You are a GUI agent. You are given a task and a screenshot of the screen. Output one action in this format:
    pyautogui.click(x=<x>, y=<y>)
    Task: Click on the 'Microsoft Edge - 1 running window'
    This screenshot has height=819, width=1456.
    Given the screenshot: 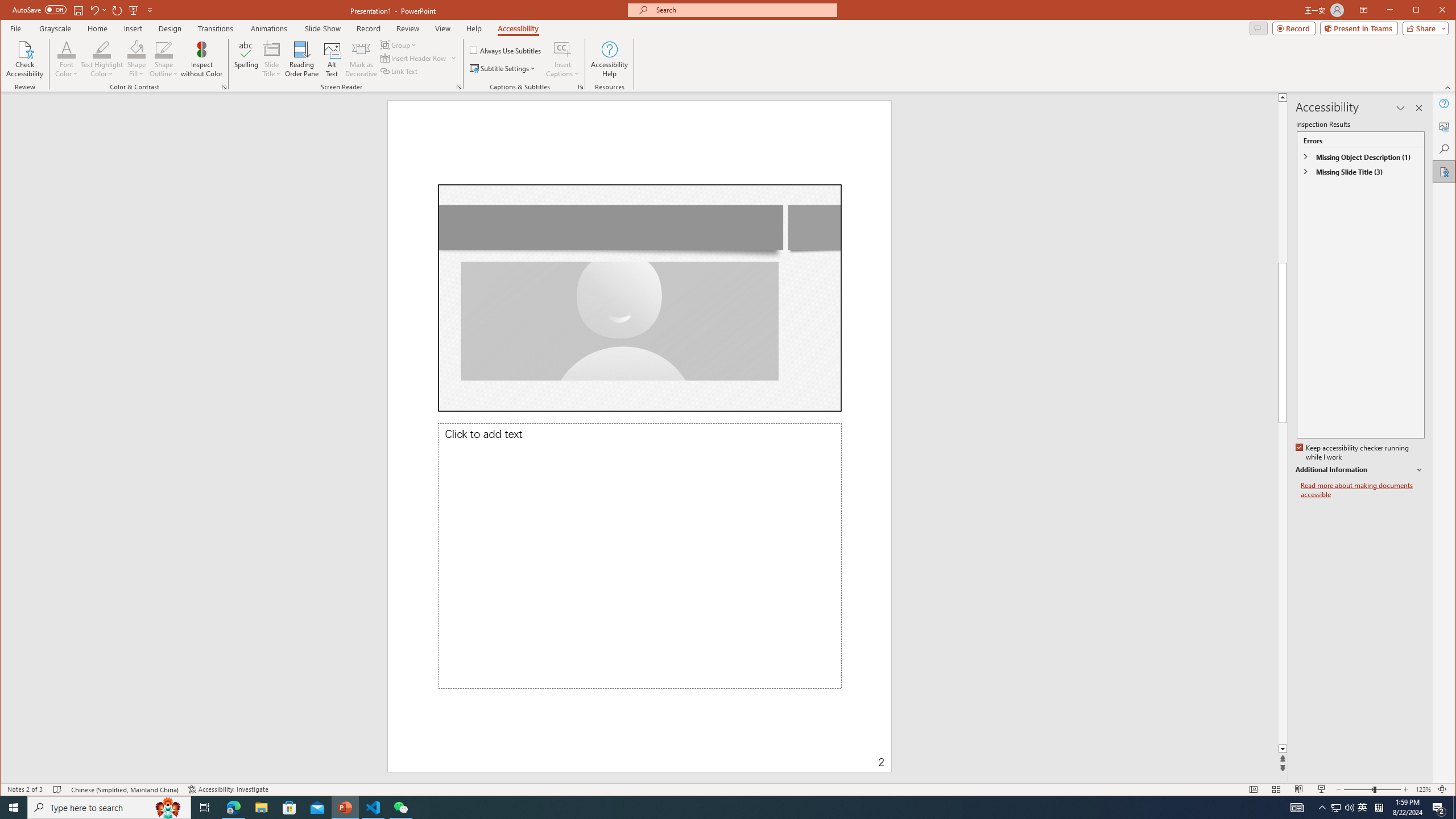 What is the action you would take?
    pyautogui.click(x=233, y=806)
    